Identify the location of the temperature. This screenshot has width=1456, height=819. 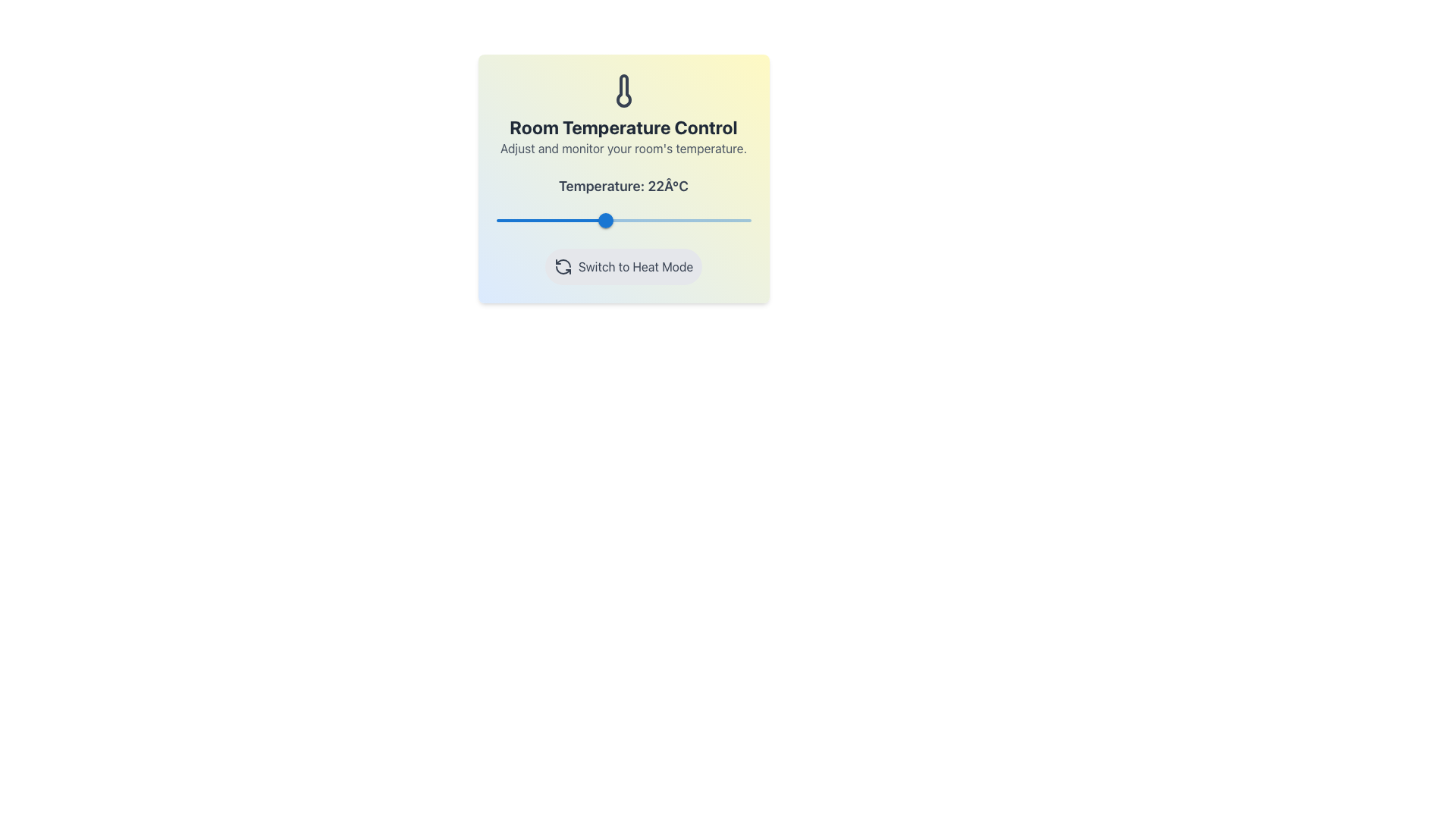
(699, 220).